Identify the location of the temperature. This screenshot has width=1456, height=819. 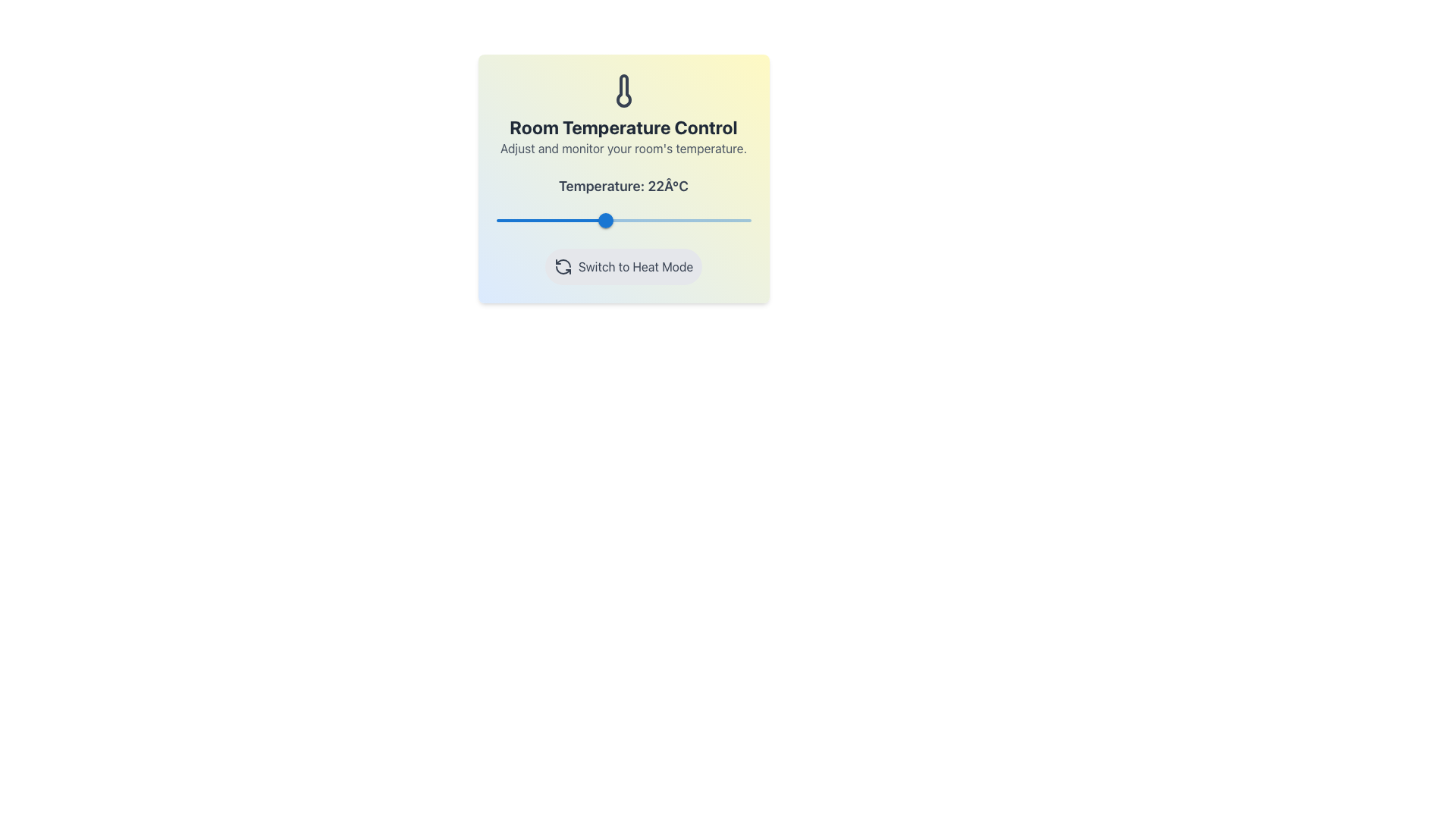
(699, 220).